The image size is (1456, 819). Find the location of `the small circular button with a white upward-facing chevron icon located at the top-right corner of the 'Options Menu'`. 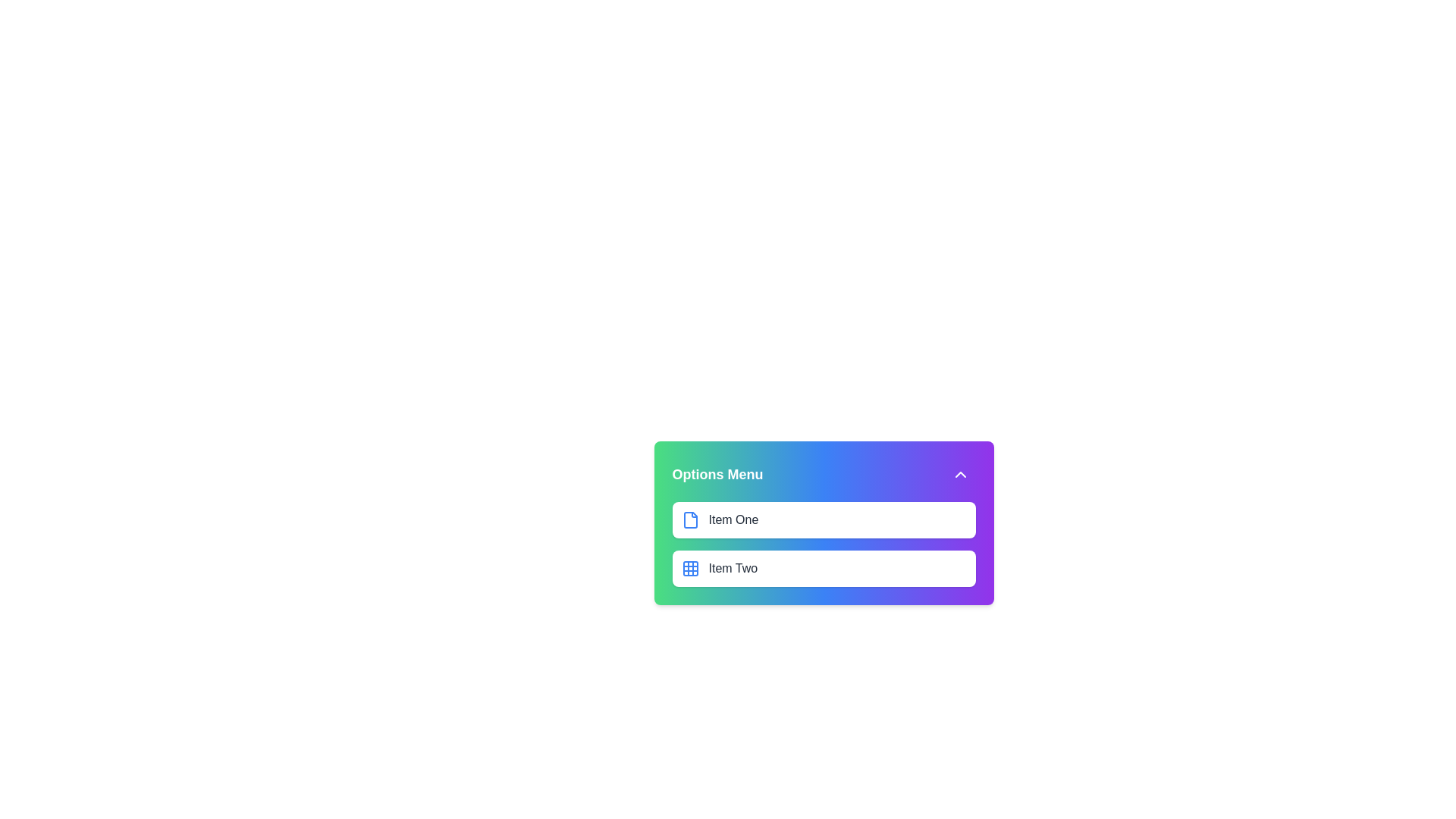

the small circular button with a white upward-facing chevron icon located at the top-right corner of the 'Options Menu' is located at coordinates (959, 473).